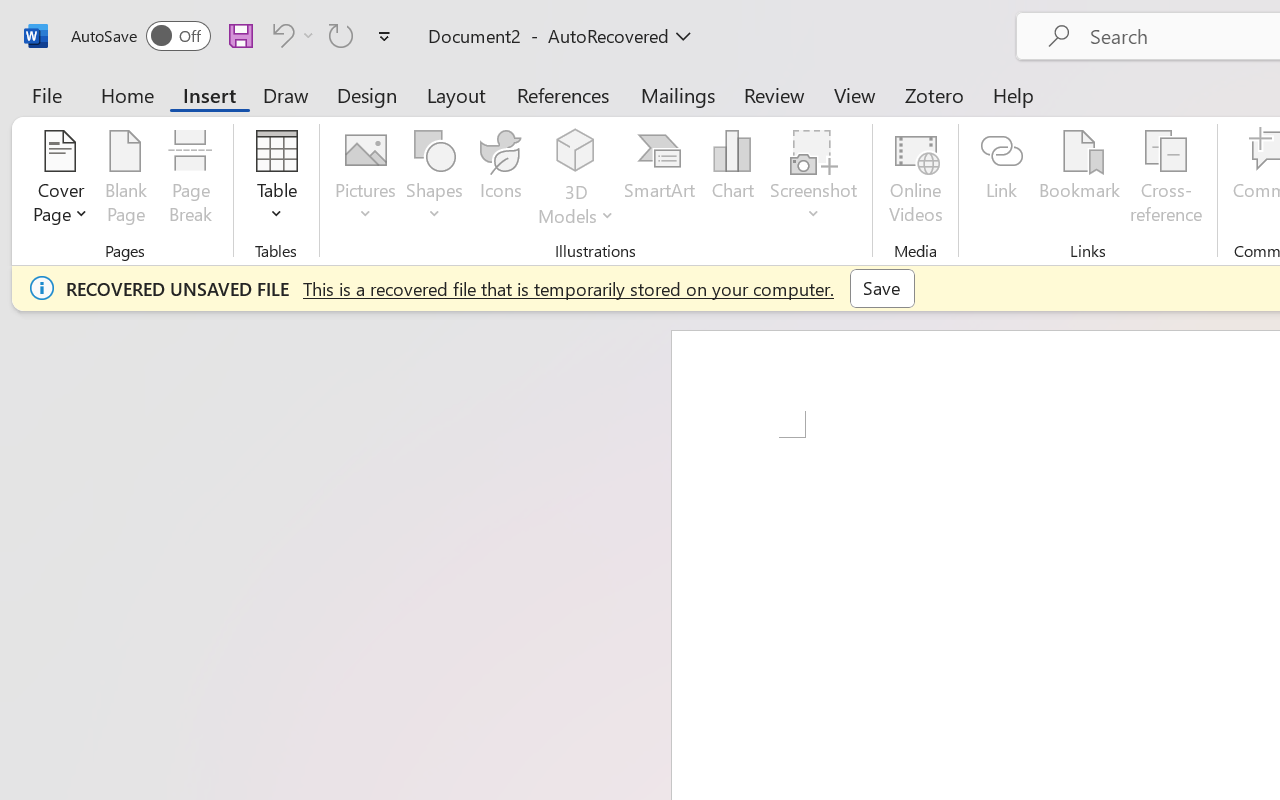 This screenshot has height=800, width=1280. What do you see at coordinates (60, 179) in the screenshot?
I see `'Cover Page'` at bounding box center [60, 179].